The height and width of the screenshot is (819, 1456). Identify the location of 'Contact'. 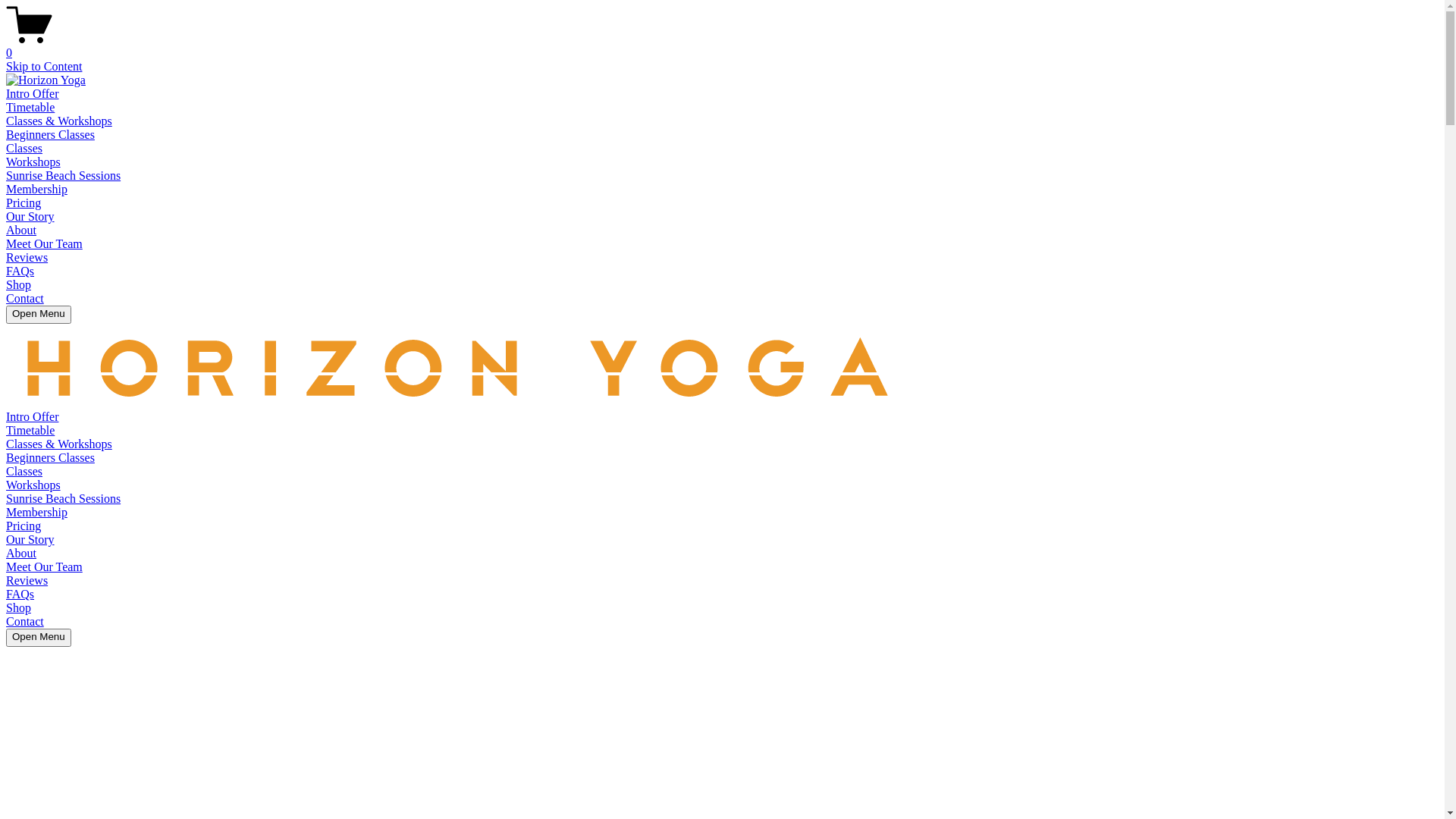
(25, 621).